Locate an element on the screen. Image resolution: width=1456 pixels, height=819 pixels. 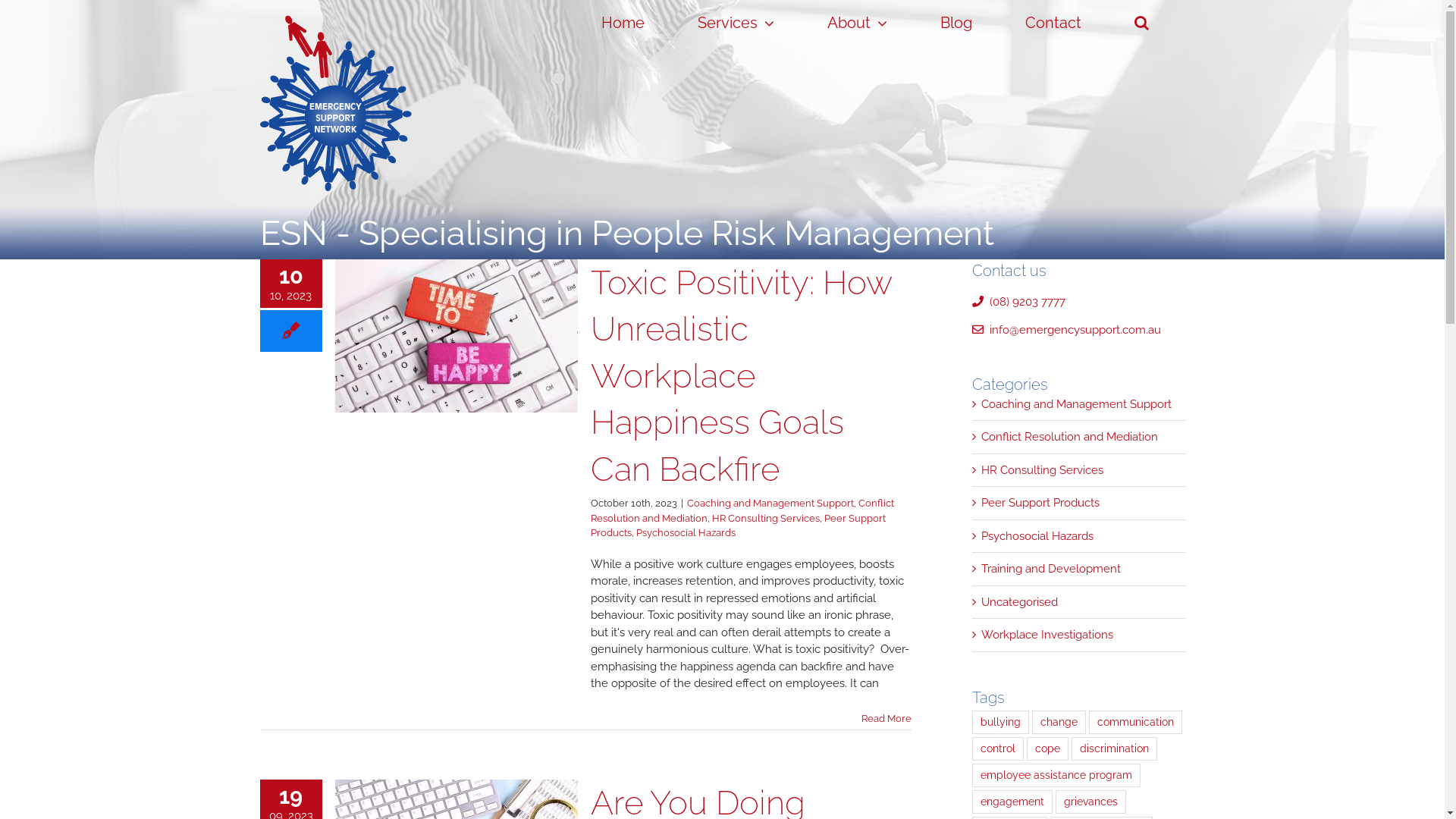
'grievances' is located at coordinates (1090, 801).